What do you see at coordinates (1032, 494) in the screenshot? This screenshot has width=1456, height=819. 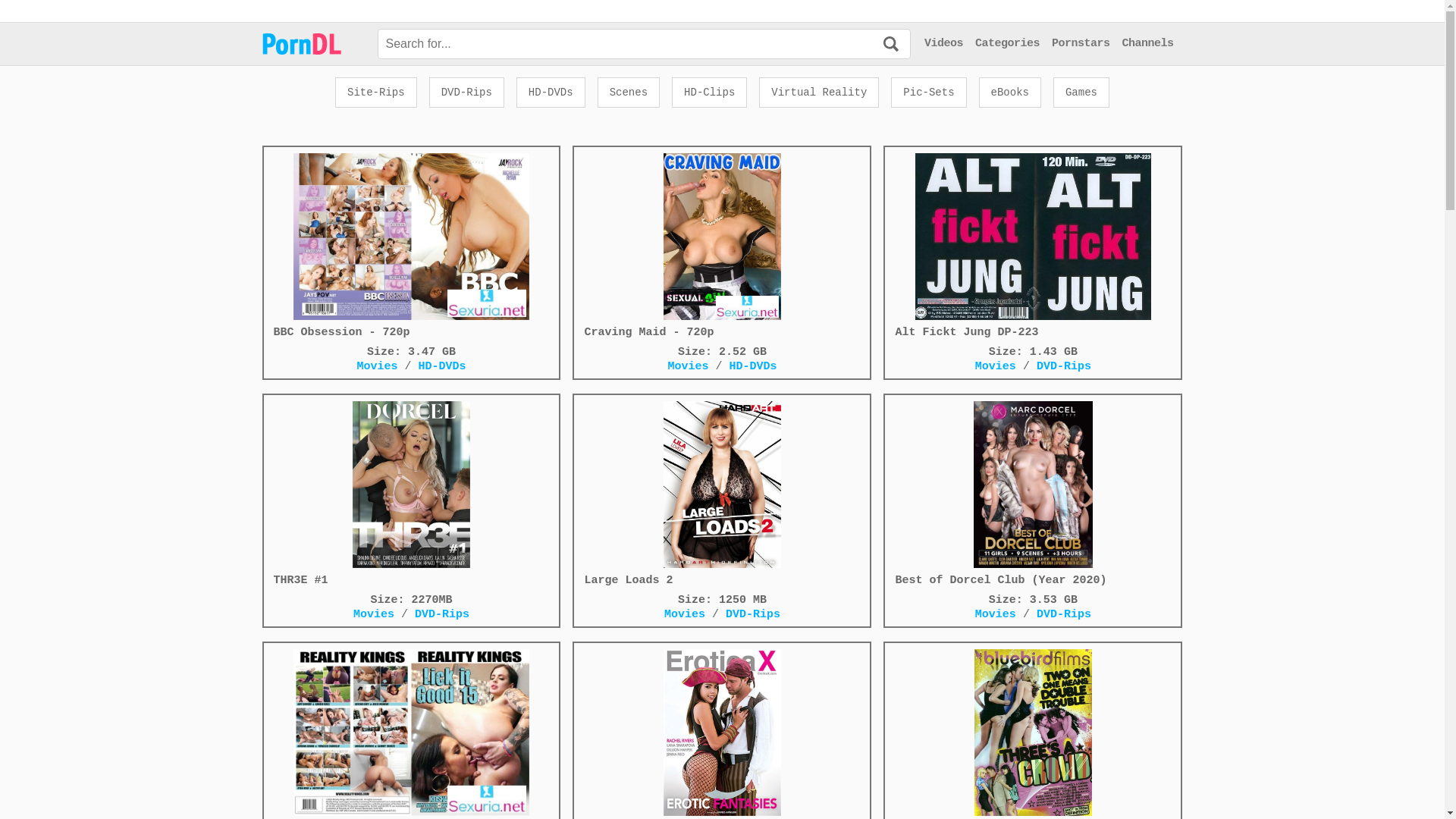 I see `'Best of Dorcel Club (Year 2020)'` at bounding box center [1032, 494].